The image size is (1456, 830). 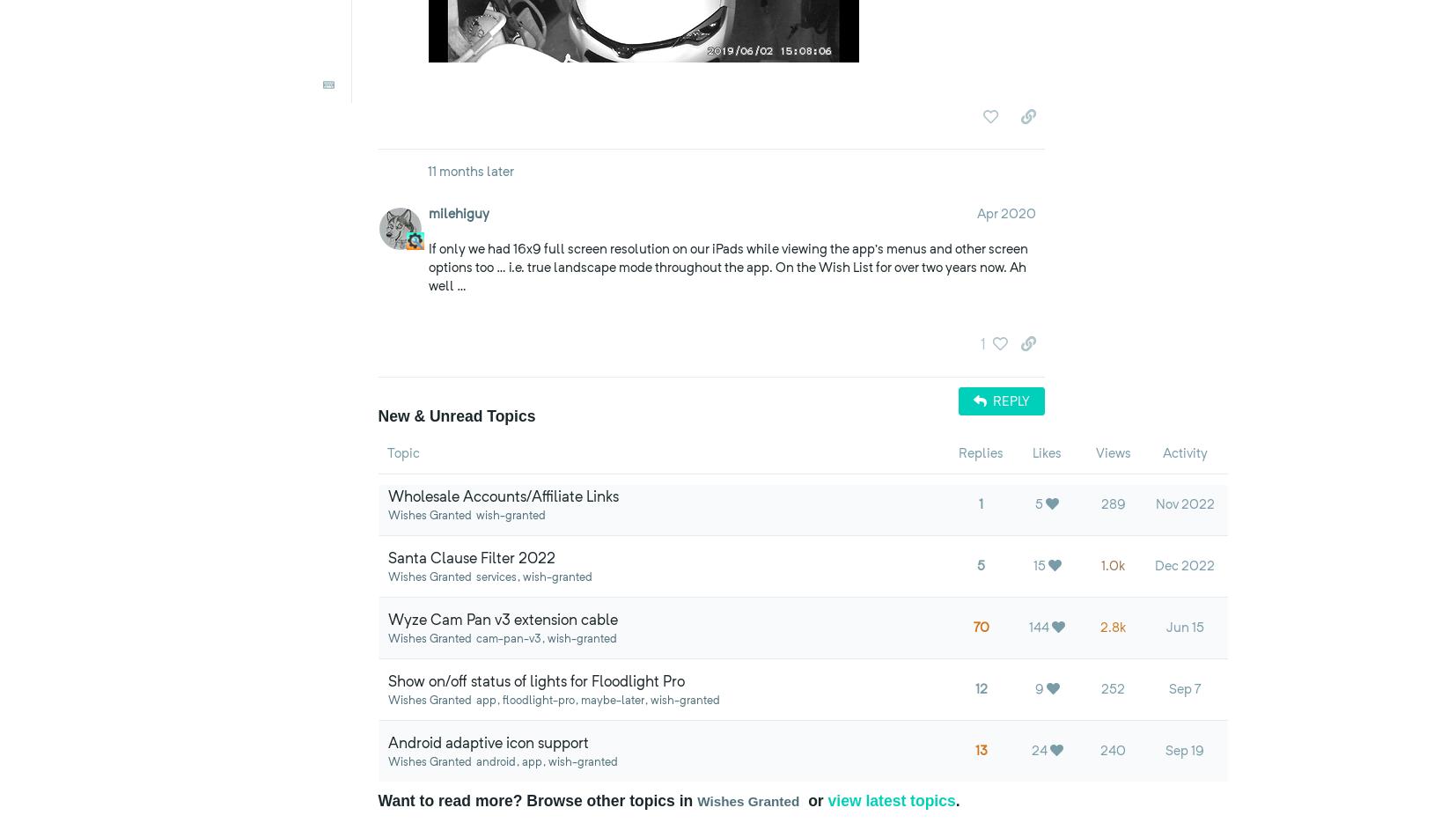 What do you see at coordinates (826, 73) in the screenshot?
I see `', the community. If you have any further questions or feedback about how things should work here, please use our'` at bounding box center [826, 73].